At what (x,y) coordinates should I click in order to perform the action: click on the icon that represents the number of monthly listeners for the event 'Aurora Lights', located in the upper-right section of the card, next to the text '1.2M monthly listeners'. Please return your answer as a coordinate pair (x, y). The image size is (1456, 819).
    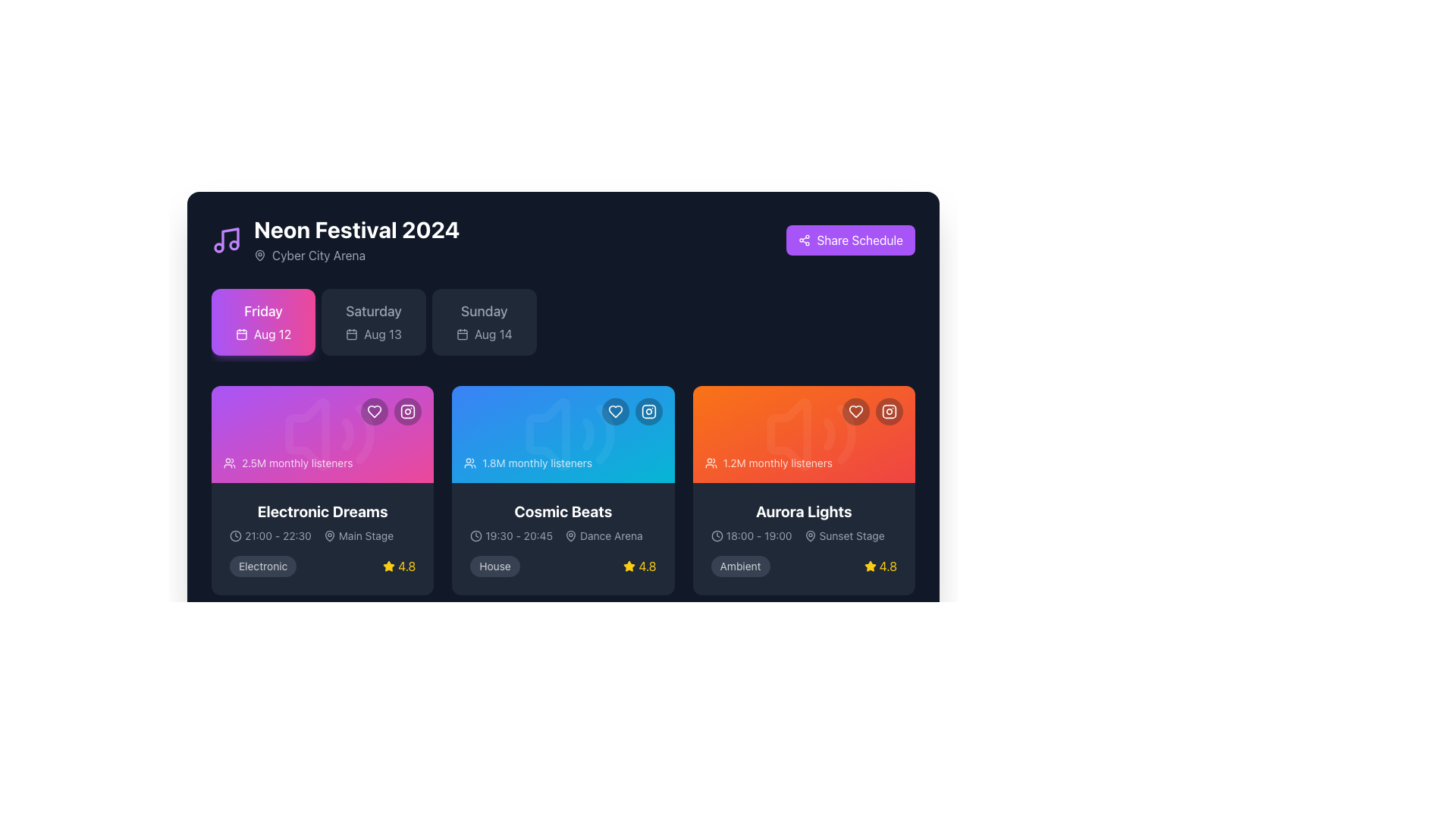
    Looking at the image, I should click on (710, 462).